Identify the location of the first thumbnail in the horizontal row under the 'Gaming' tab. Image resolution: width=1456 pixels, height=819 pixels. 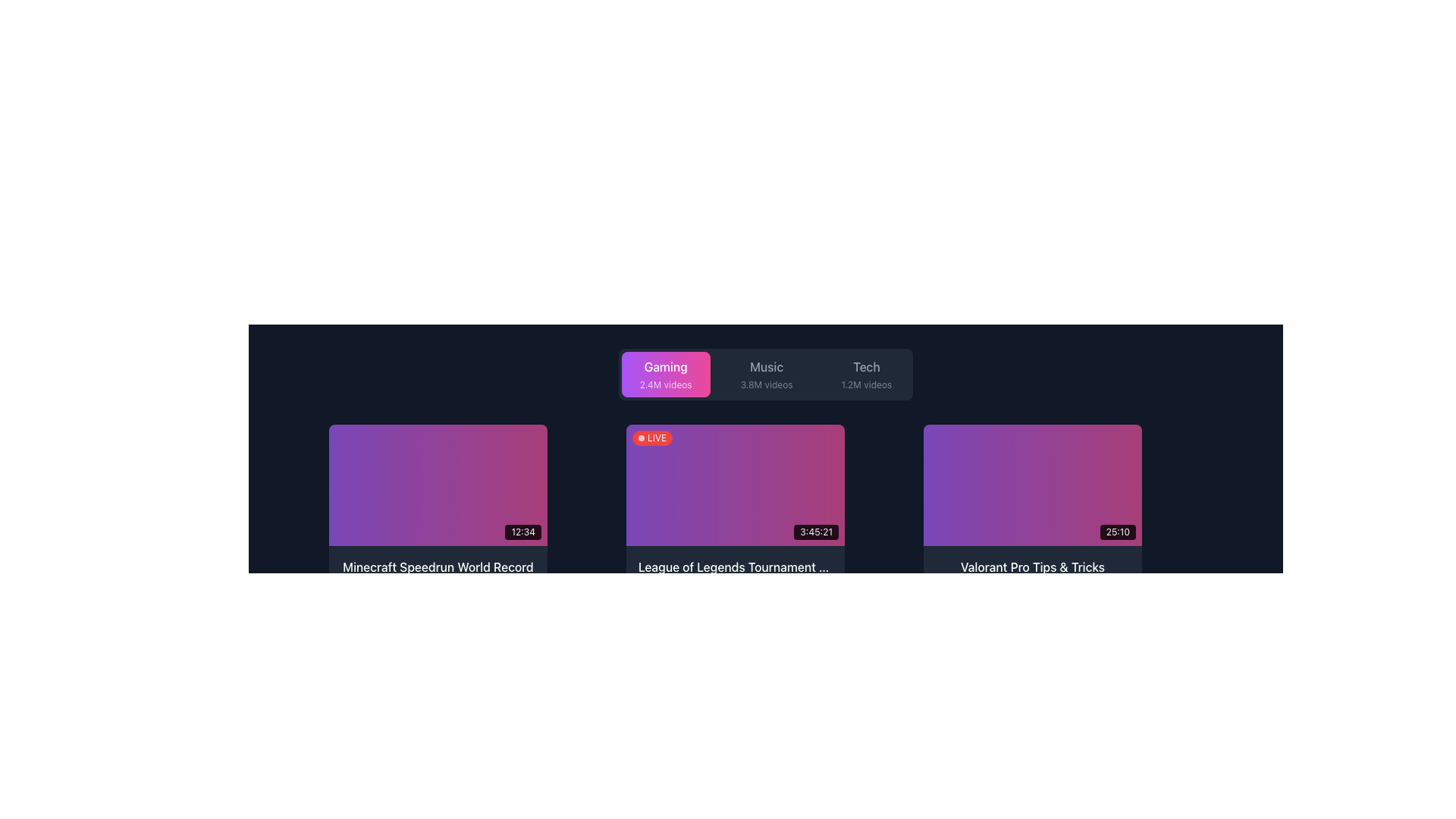
(437, 485).